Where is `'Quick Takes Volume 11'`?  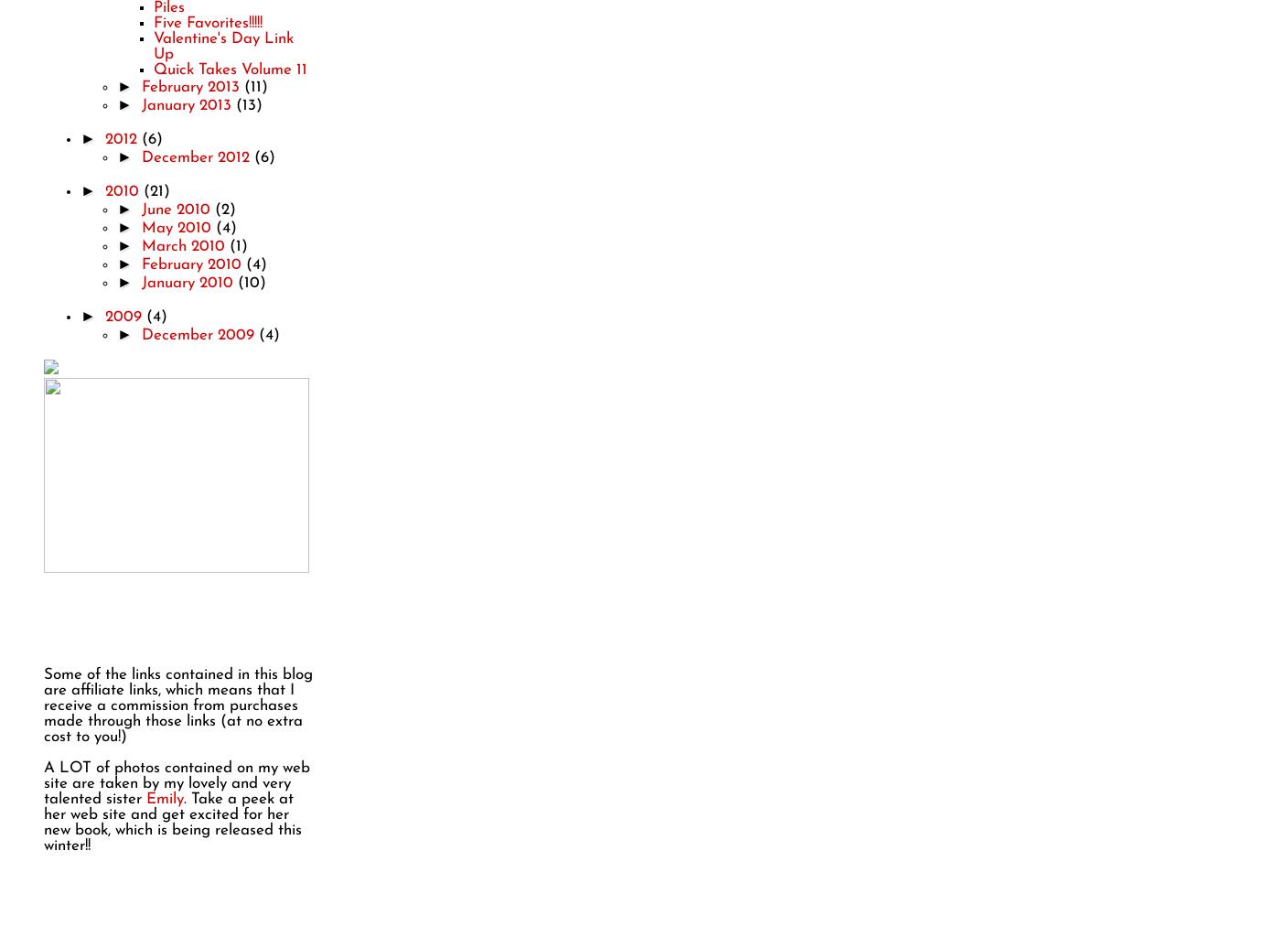 'Quick Takes Volume 11' is located at coordinates (230, 68).